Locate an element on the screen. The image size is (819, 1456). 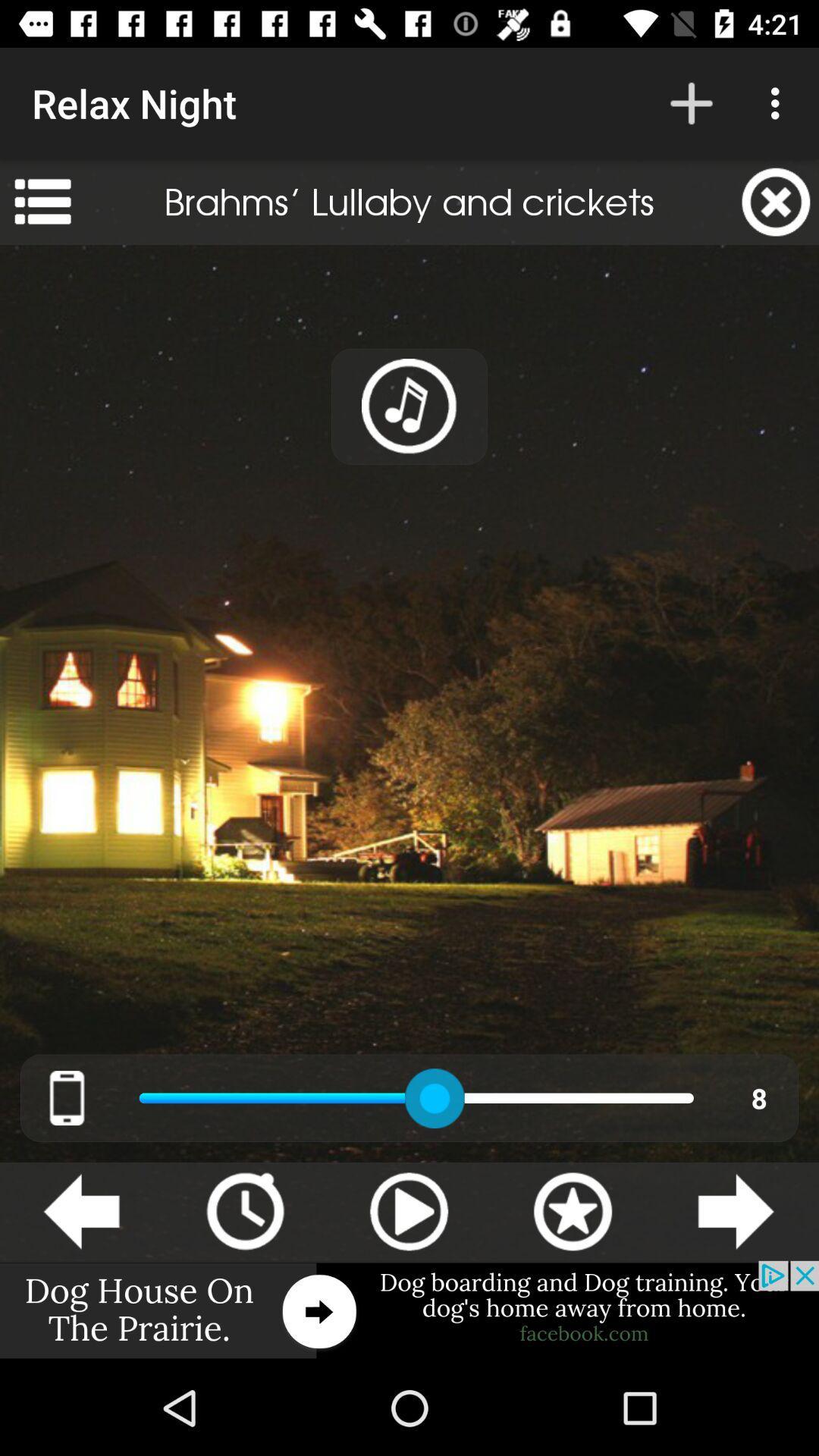
app below the brahms lullaby and item is located at coordinates (409, 406).